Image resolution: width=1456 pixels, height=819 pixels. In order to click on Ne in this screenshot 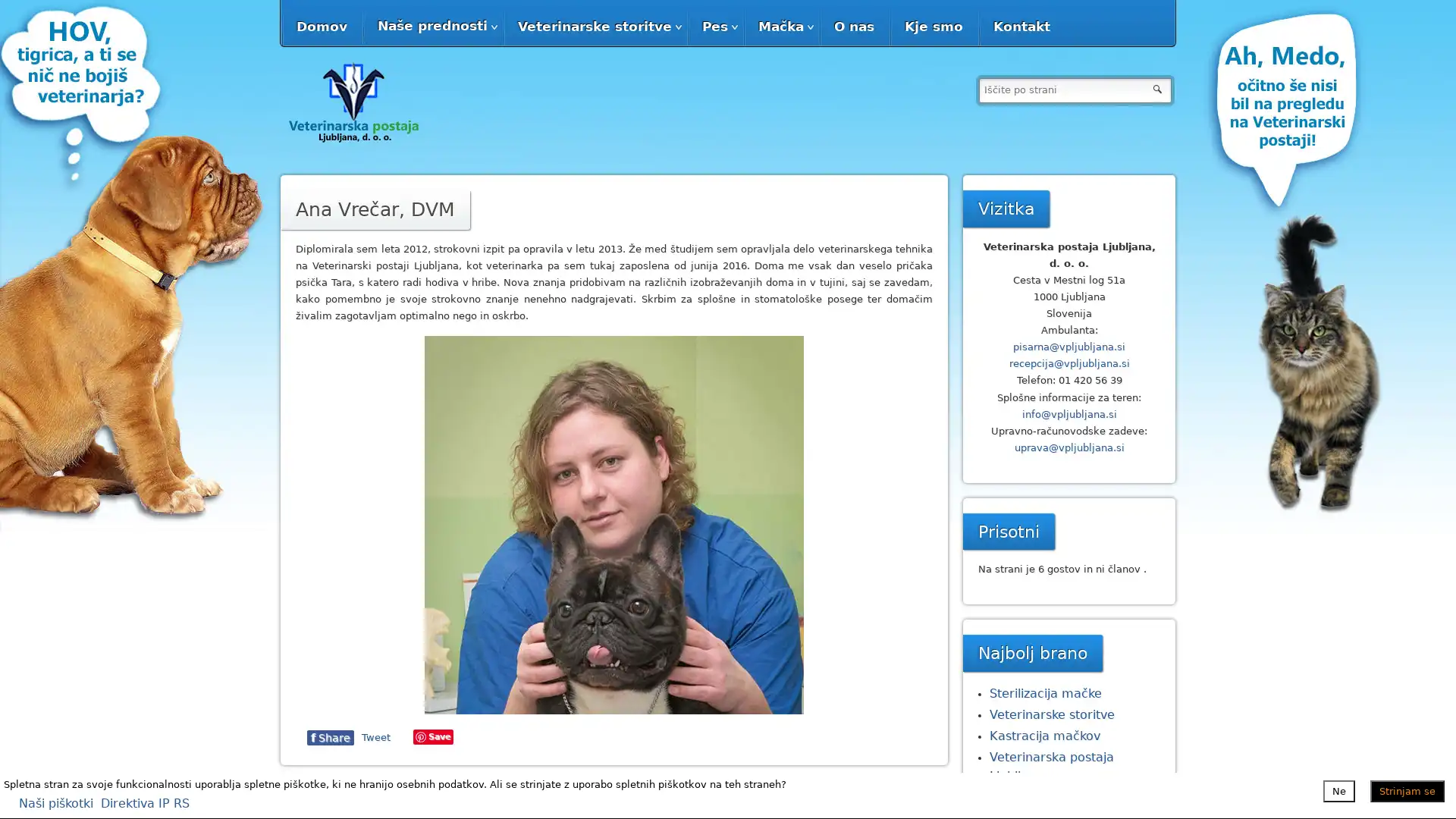, I will do `click(1339, 789)`.